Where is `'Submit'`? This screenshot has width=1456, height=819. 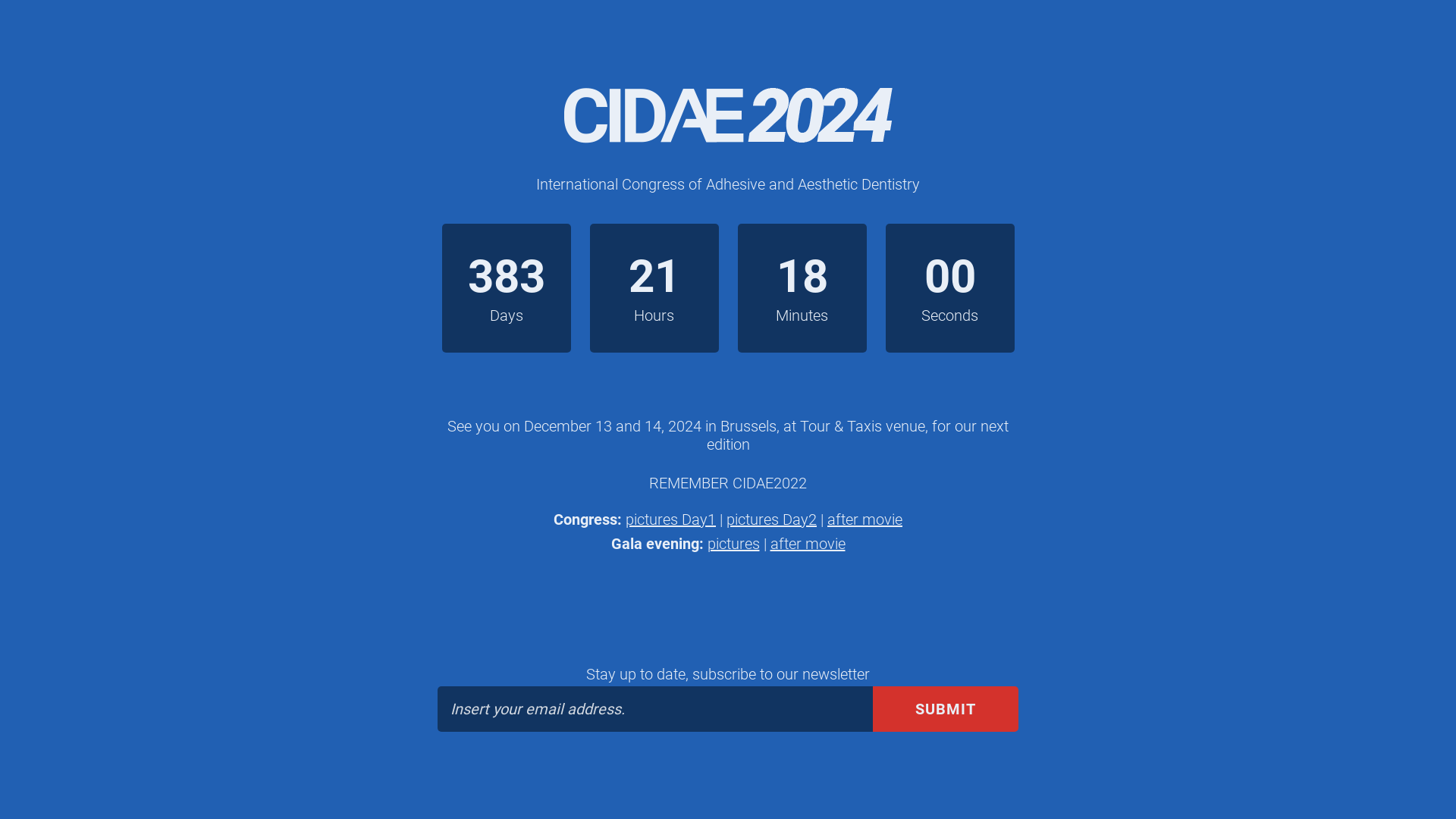
'Submit' is located at coordinates (945, 708).